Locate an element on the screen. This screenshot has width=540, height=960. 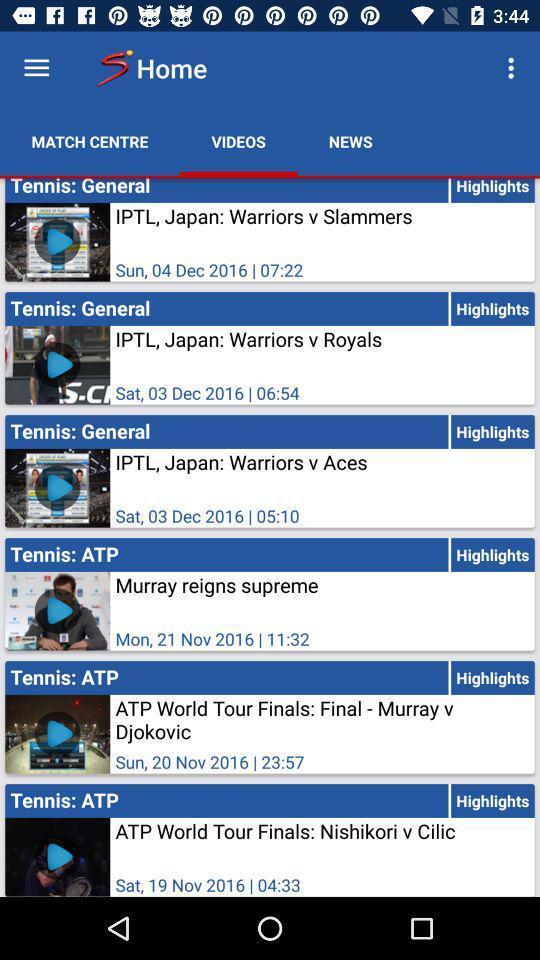
app to the right of the news app is located at coordinates (513, 68).